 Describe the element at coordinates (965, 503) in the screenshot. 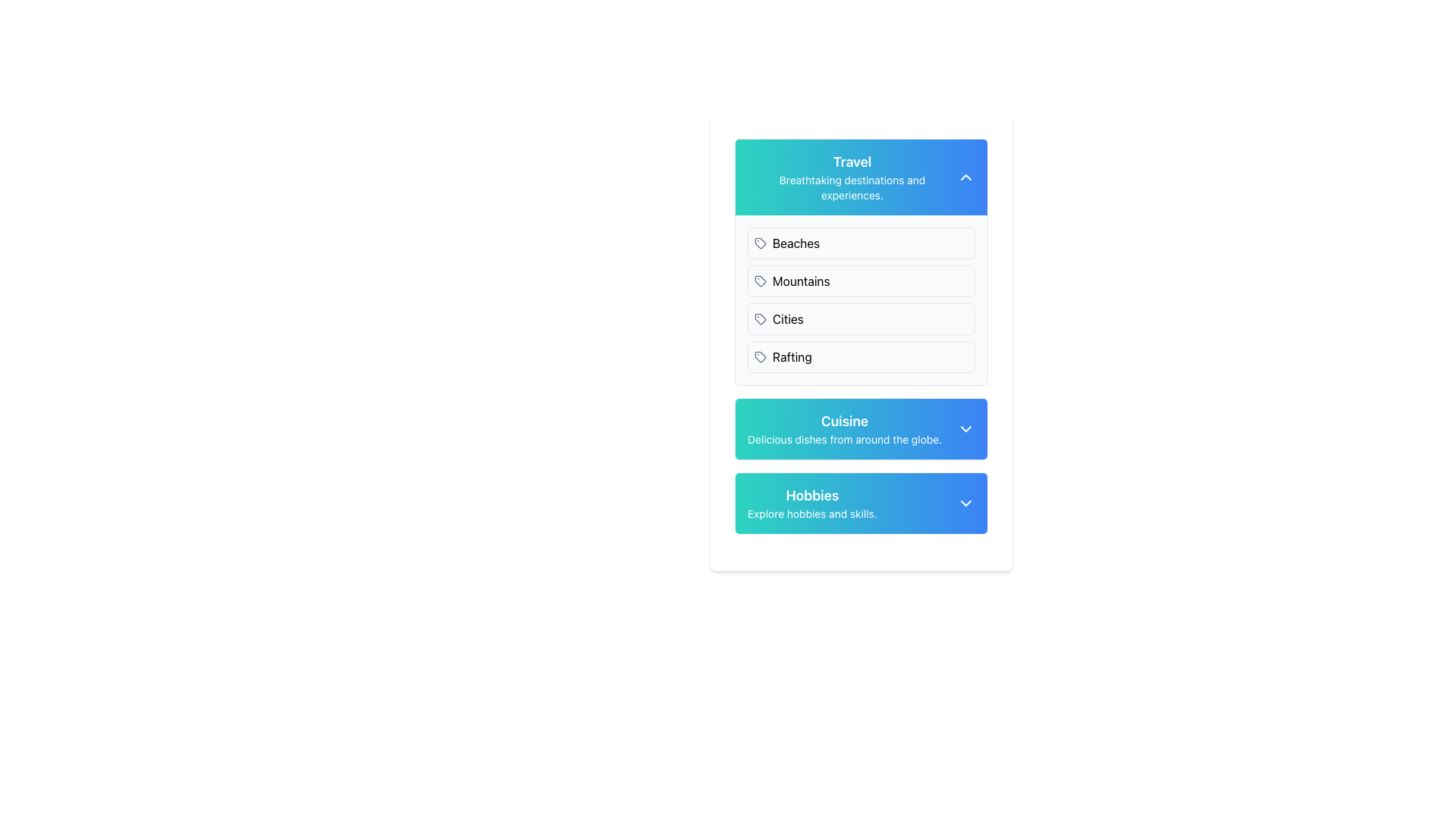

I see `the chevron icon in the 'Hobbies' section card` at that location.